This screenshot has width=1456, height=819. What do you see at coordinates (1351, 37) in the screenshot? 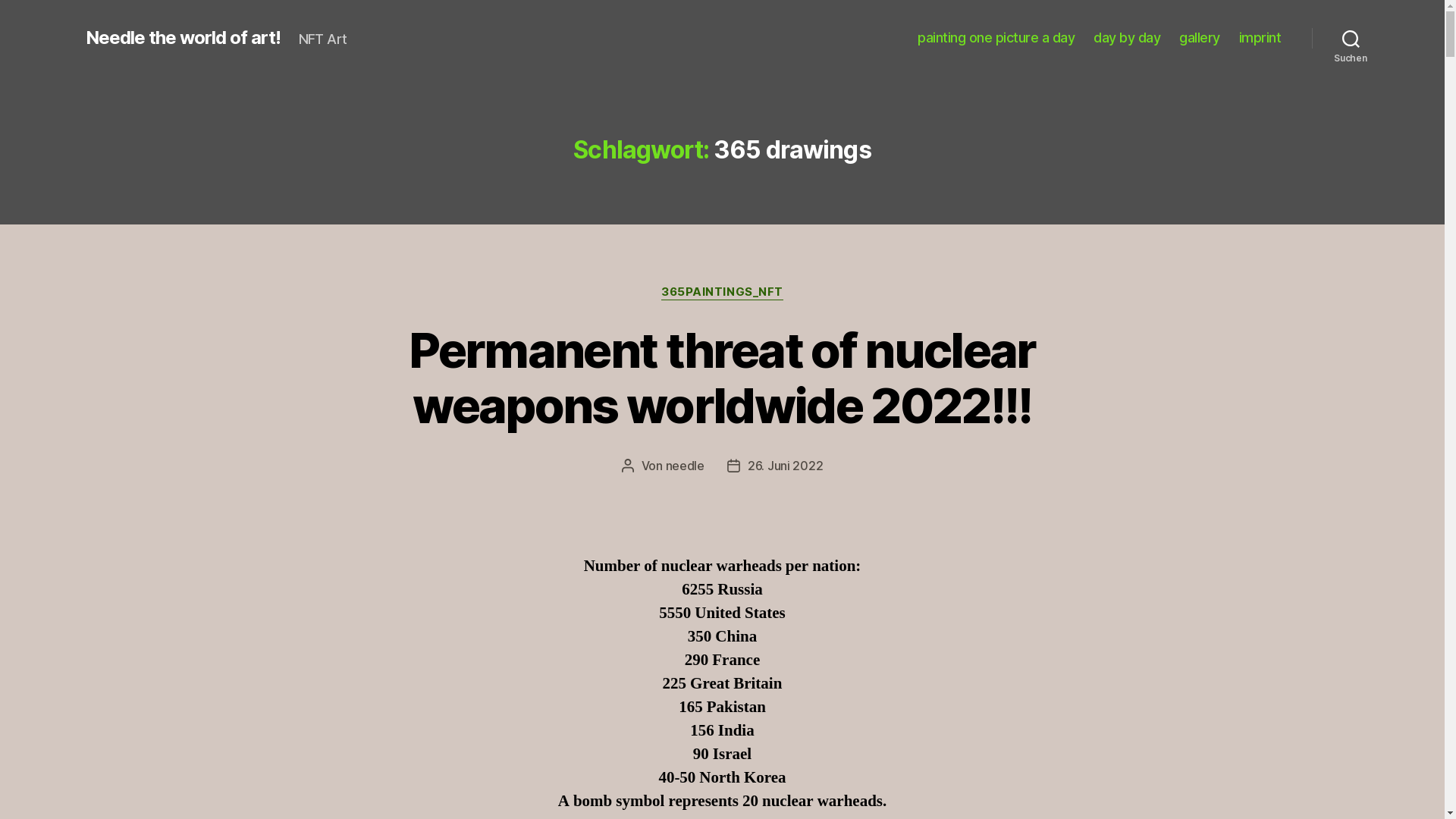
I see `'Suchen'` at bounding box center [1351, 37].